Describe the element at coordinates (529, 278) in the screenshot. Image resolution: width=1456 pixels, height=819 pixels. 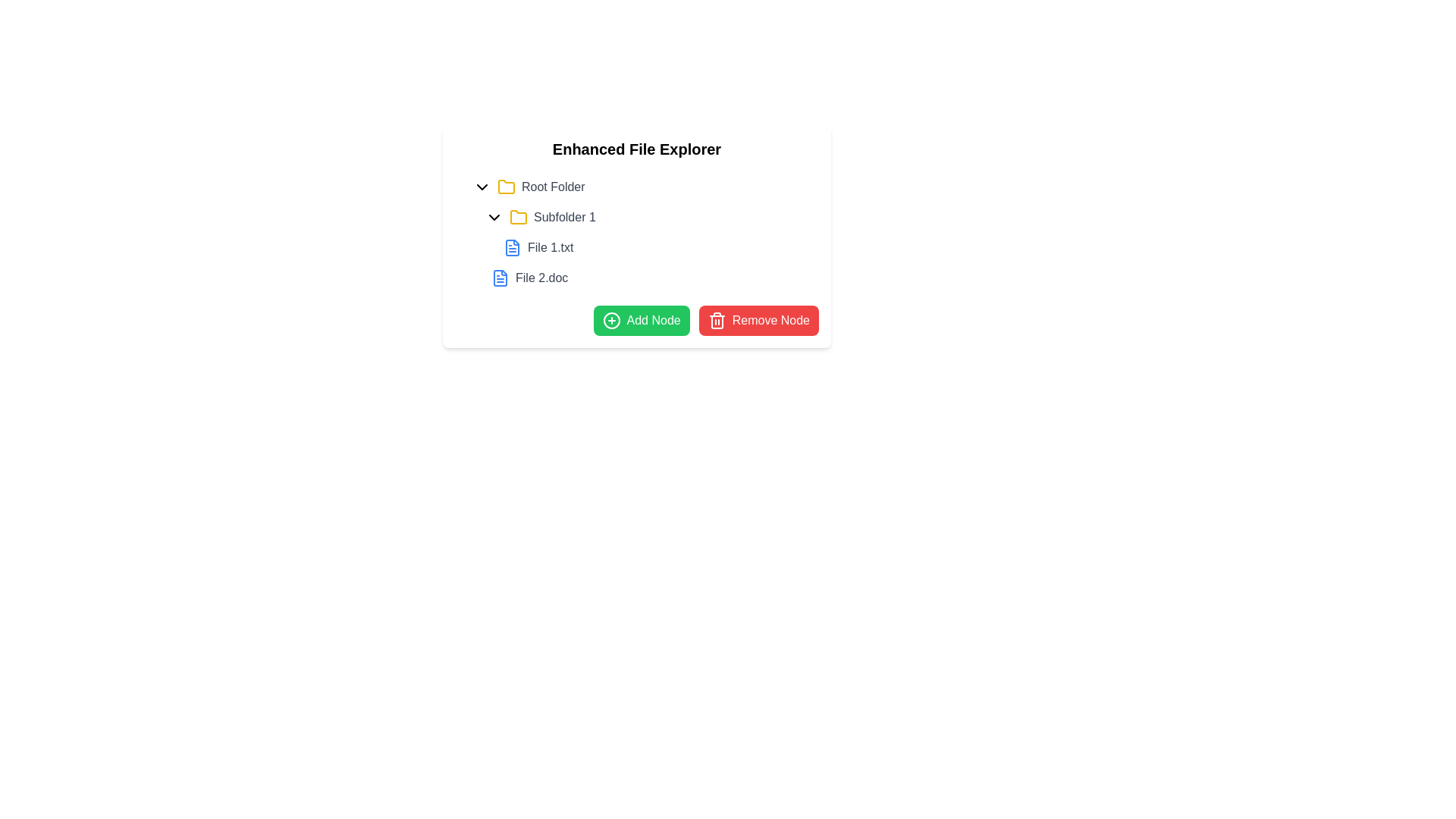
I see `the label representing the file named 'File 2.doc' in the Enhanced File Explorer` at that location.